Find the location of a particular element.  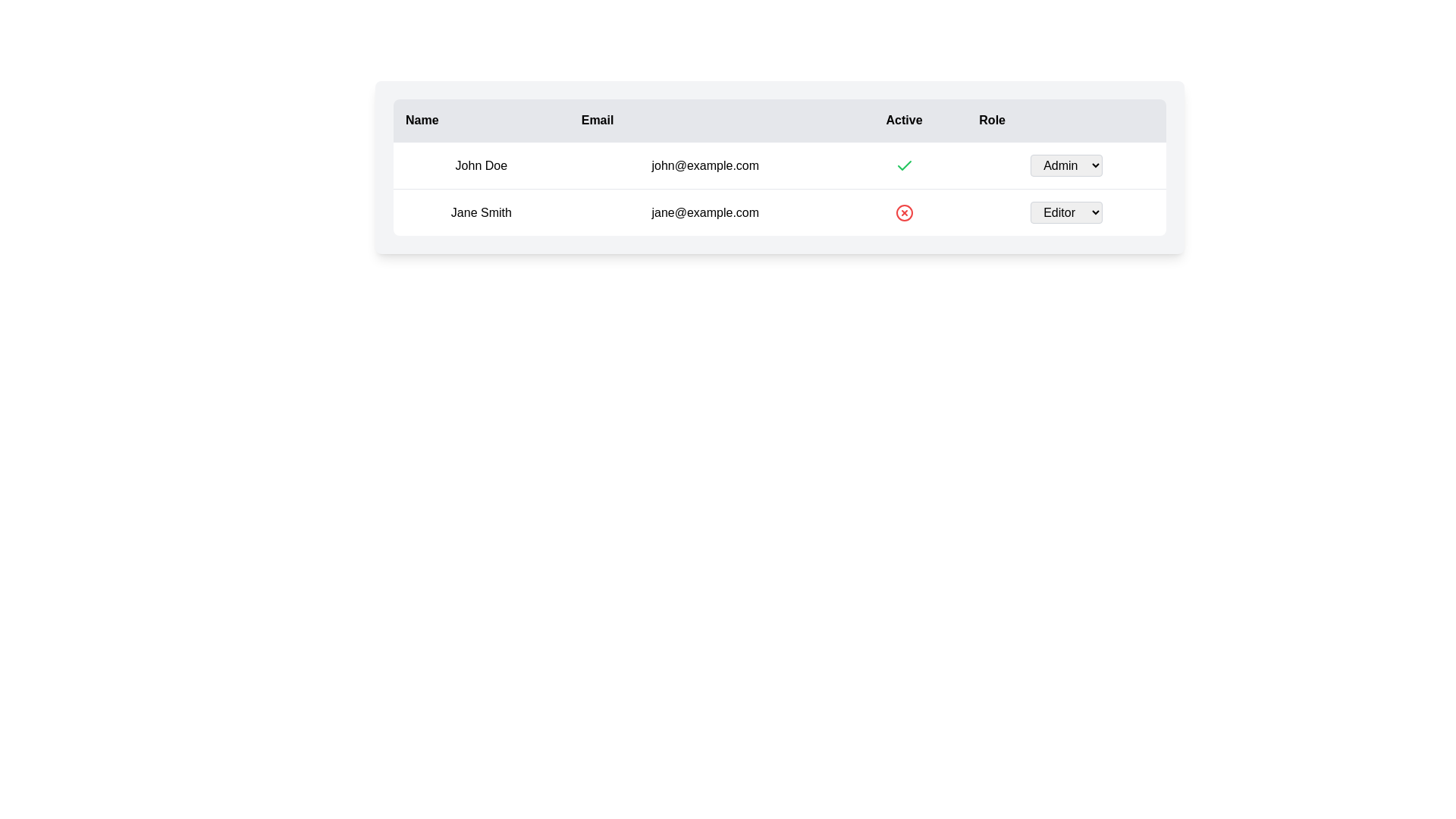

the static text display showing the name 'Jane Smith' located in the second row of the table under the 'Name' column is located at coordinates (480, 212).